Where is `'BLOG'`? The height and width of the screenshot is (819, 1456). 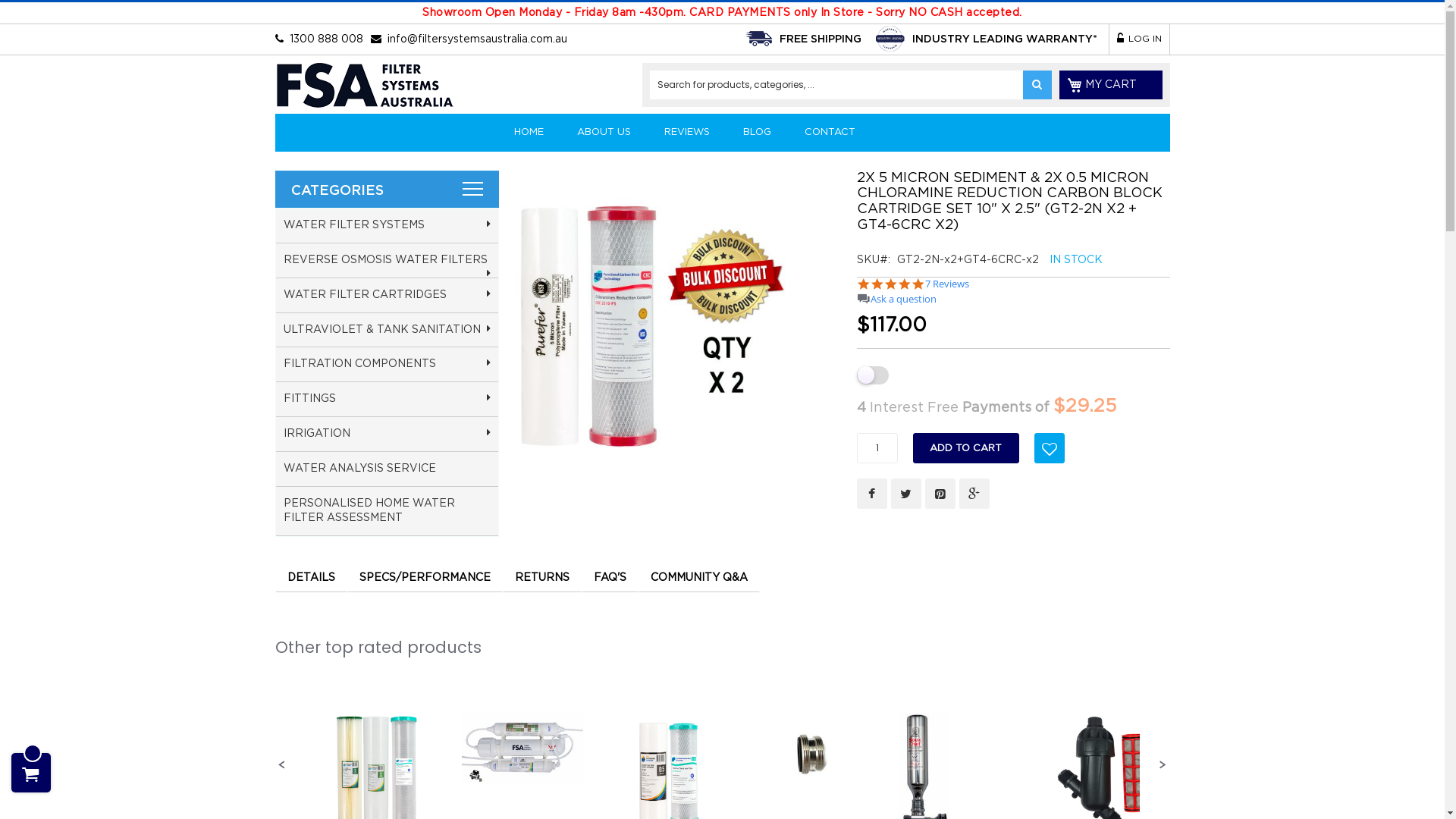 'BLOG' is located at coordinates (757, 131).